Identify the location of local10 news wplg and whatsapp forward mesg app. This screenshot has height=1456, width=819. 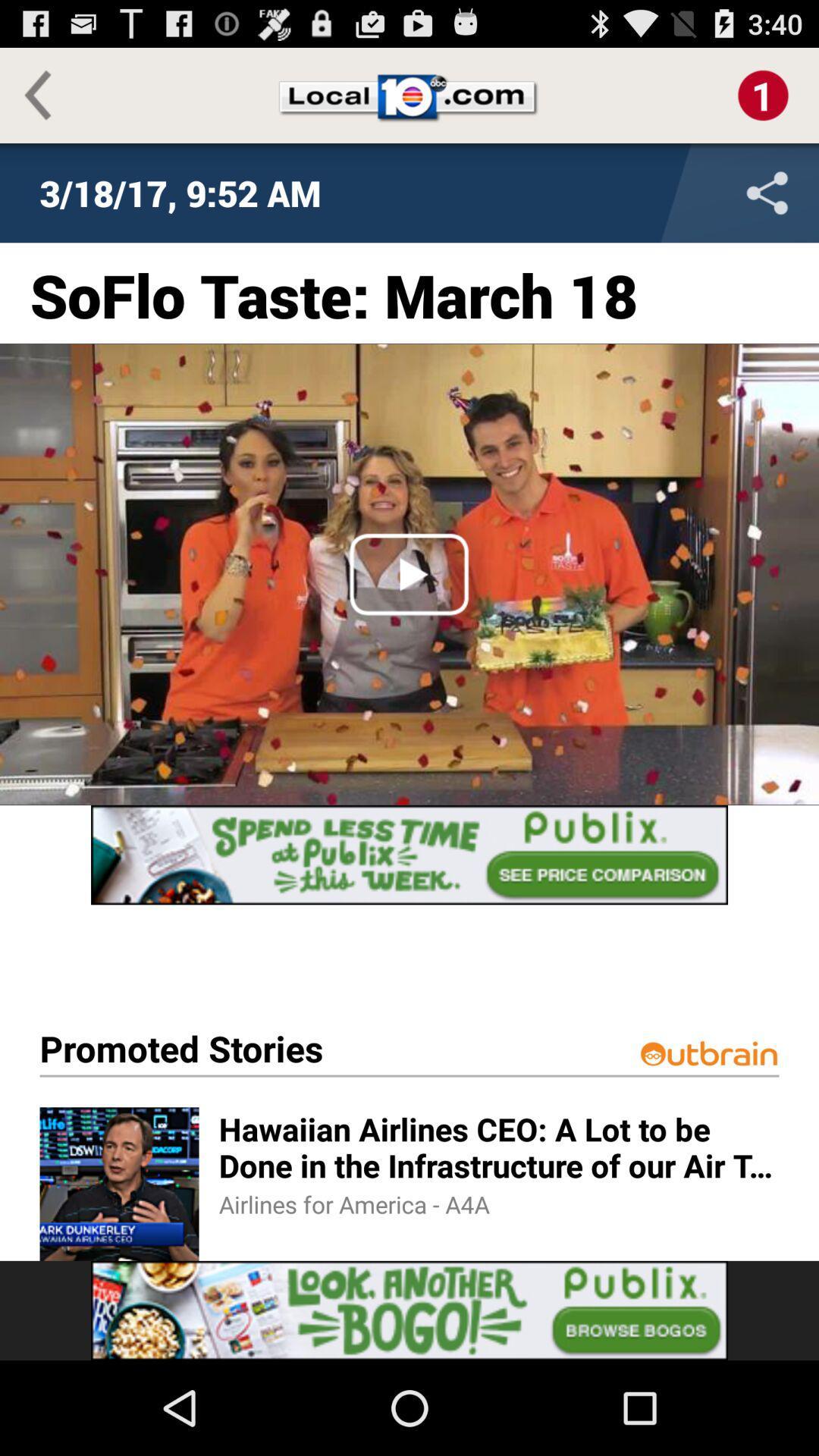
(667, 192).